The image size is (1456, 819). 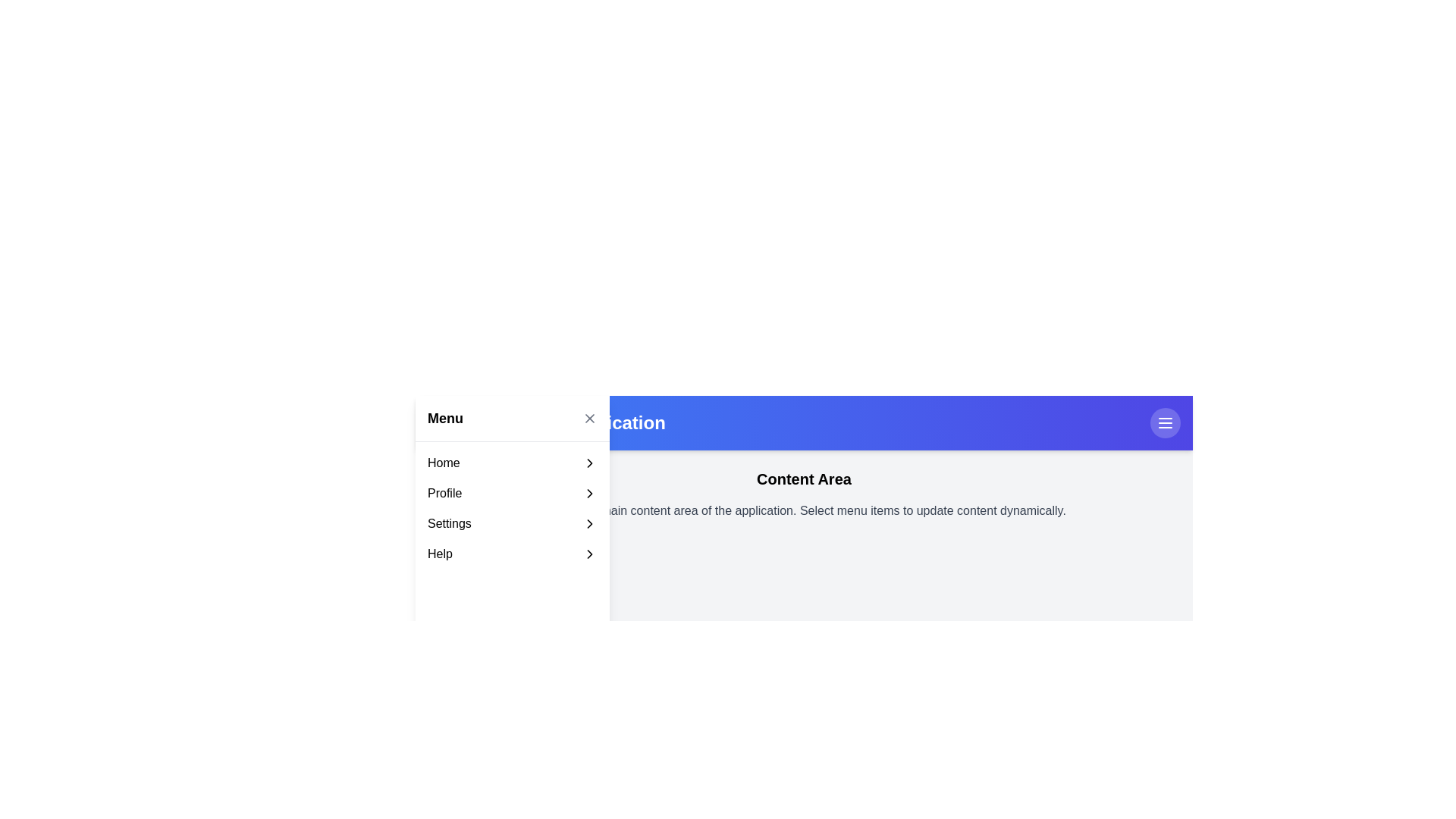 I want to click on the close button icon located in the top-right corner of the vertical menu section, so click(x=588, y=418).